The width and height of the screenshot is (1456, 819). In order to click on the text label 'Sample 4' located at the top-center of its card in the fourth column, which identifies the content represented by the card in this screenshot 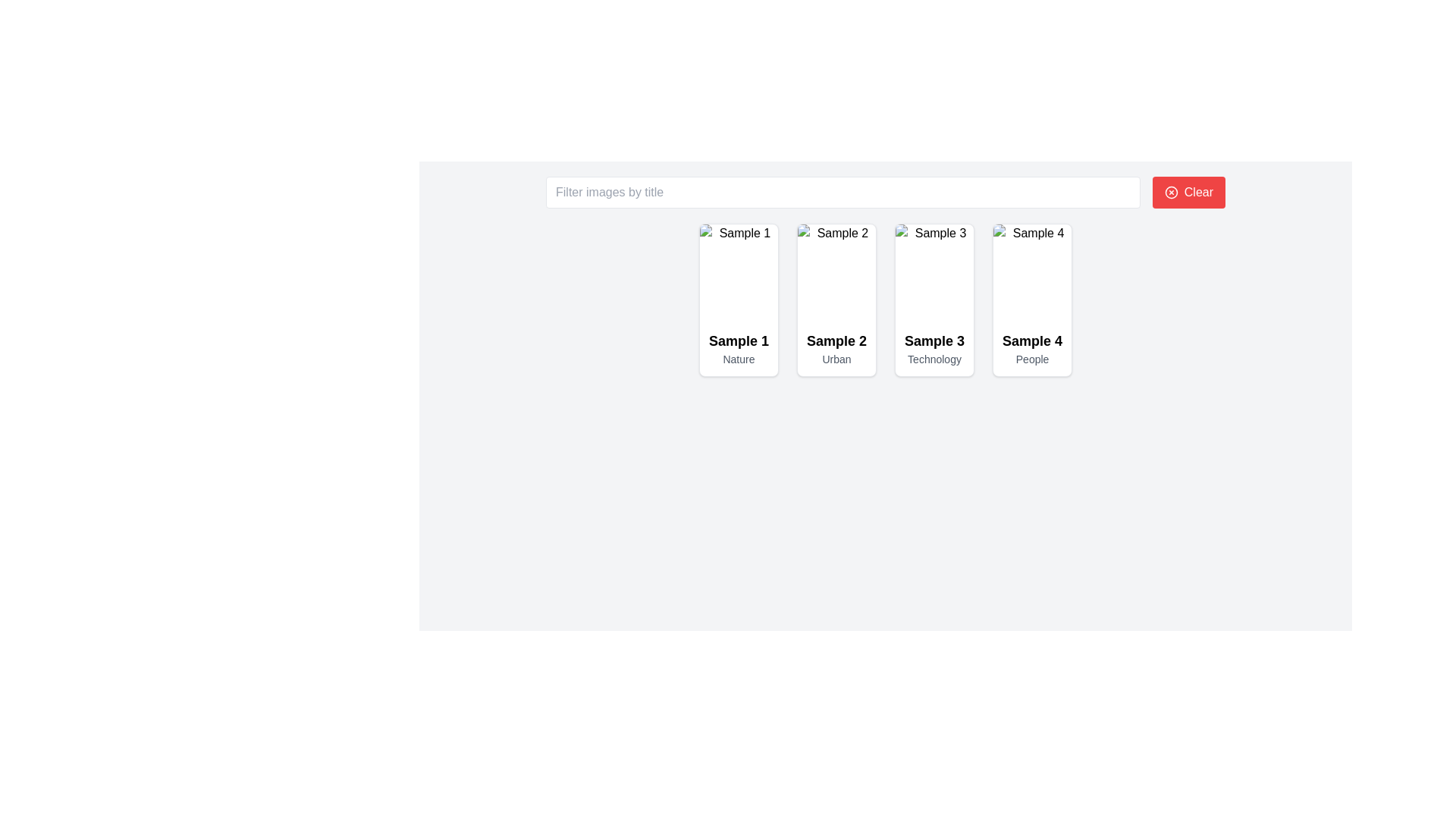, I will do `click(1031, 341)`.